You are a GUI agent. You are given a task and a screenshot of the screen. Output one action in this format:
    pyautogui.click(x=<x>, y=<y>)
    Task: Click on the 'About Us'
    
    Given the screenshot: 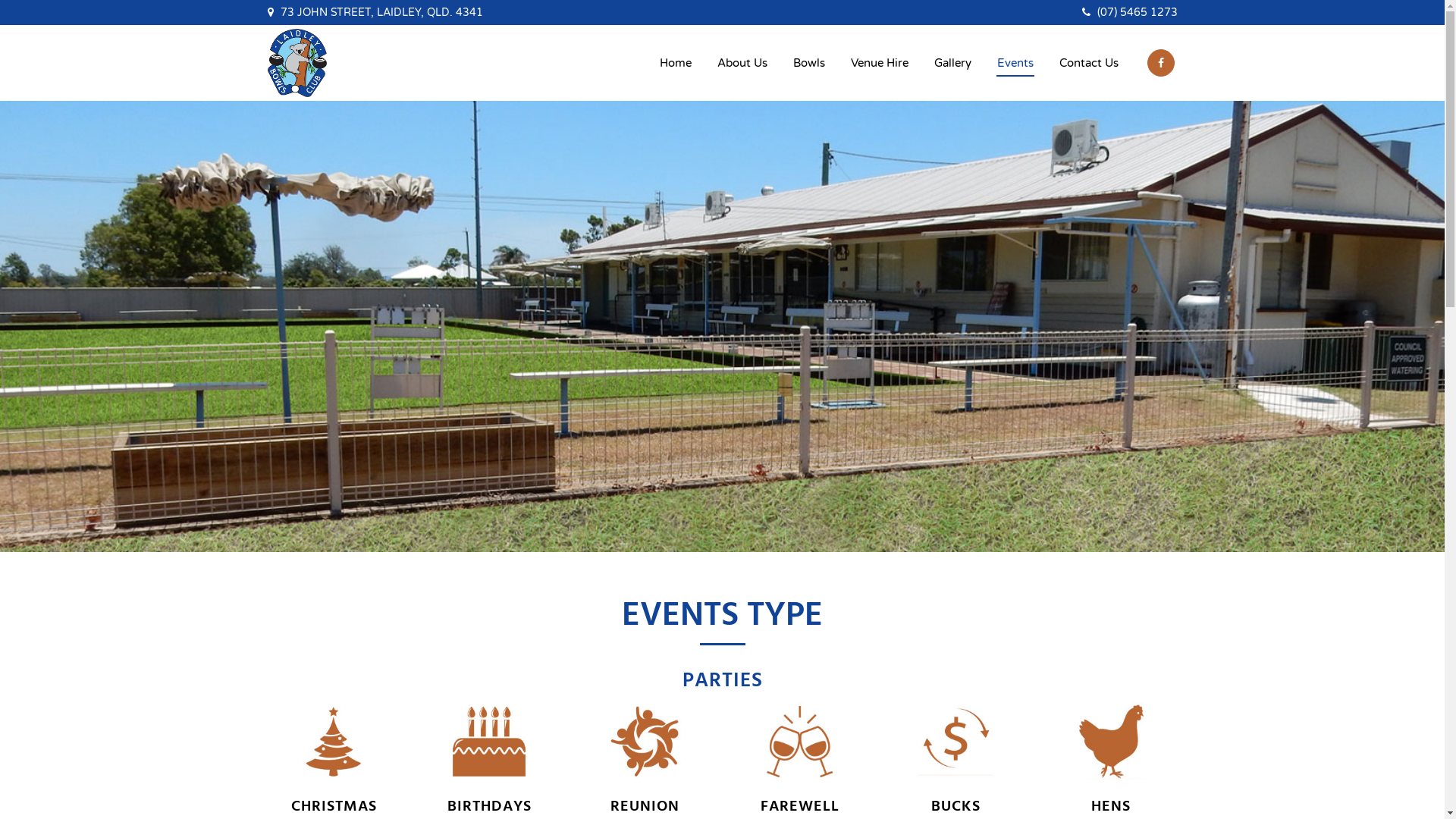 What is the action you would take?
    pyautogui.click(x=742, y=62)
    